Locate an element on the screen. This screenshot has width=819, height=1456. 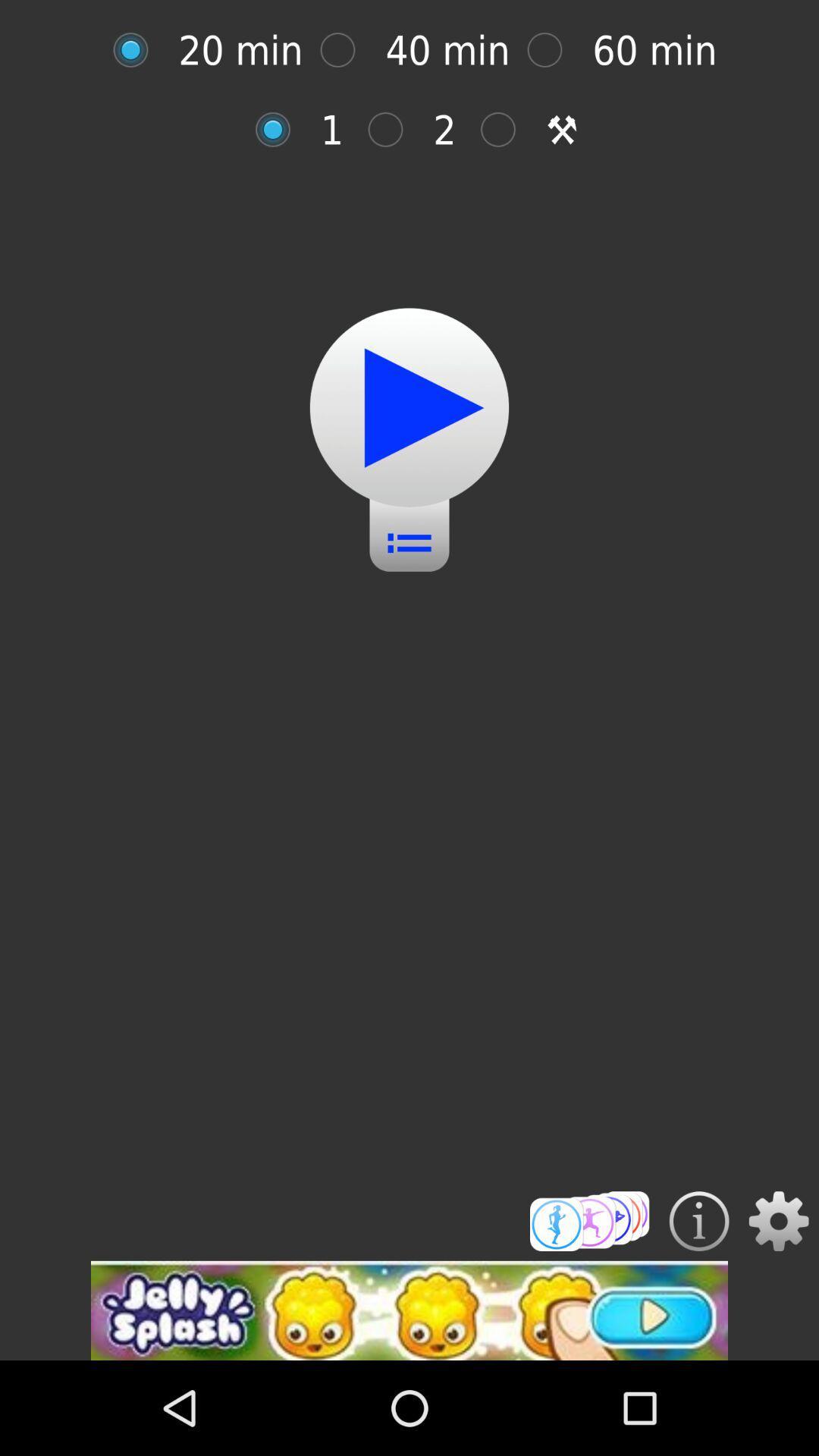
60 min is located at coordinates (553, 50).